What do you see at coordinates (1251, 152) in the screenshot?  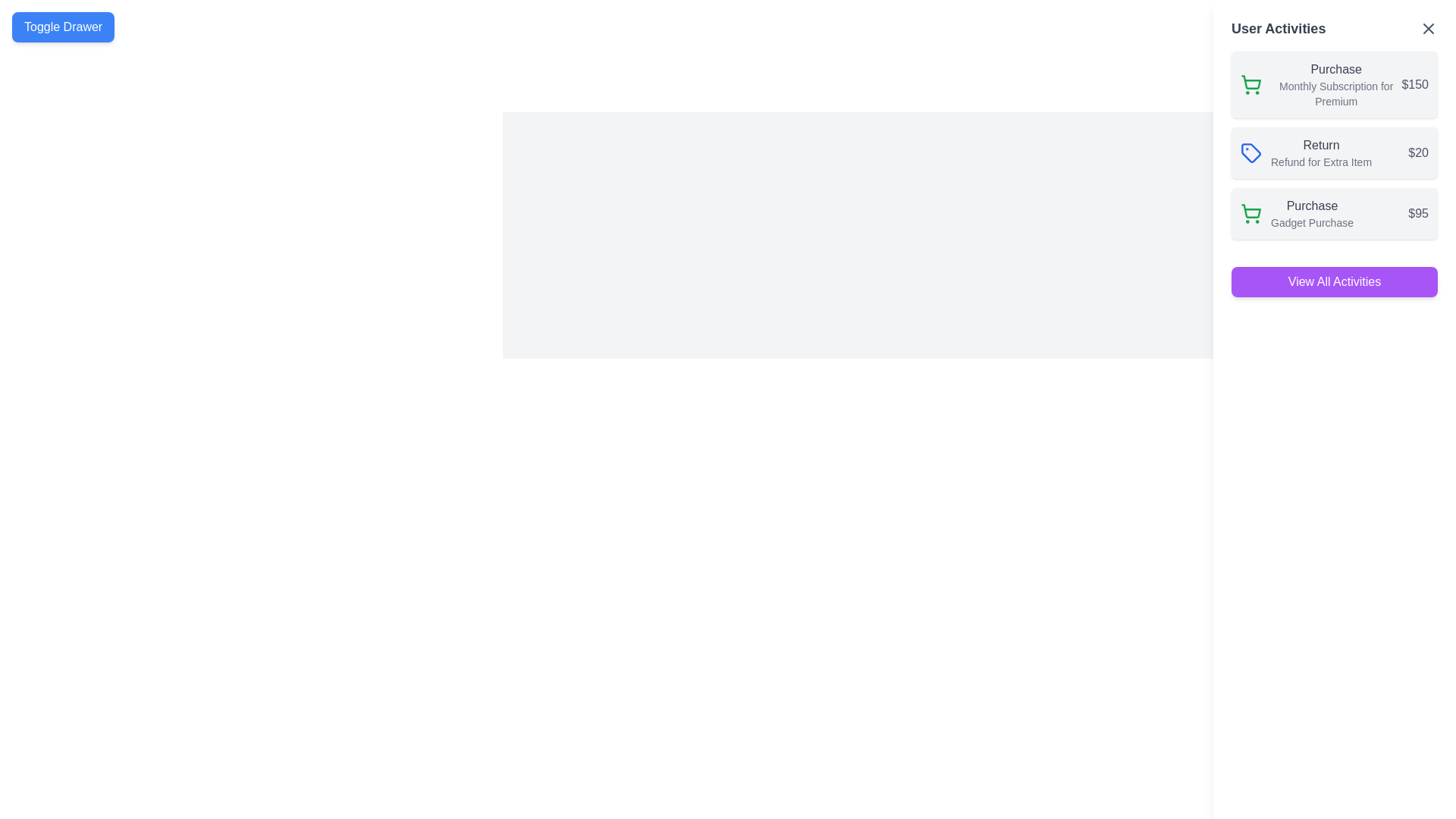 I see `the tag icon representing the 'Return' activity in the 'User Activities' panel, which is characterized by its polygonal shape and distinct color scheme` at bounding box center [1251, 152].